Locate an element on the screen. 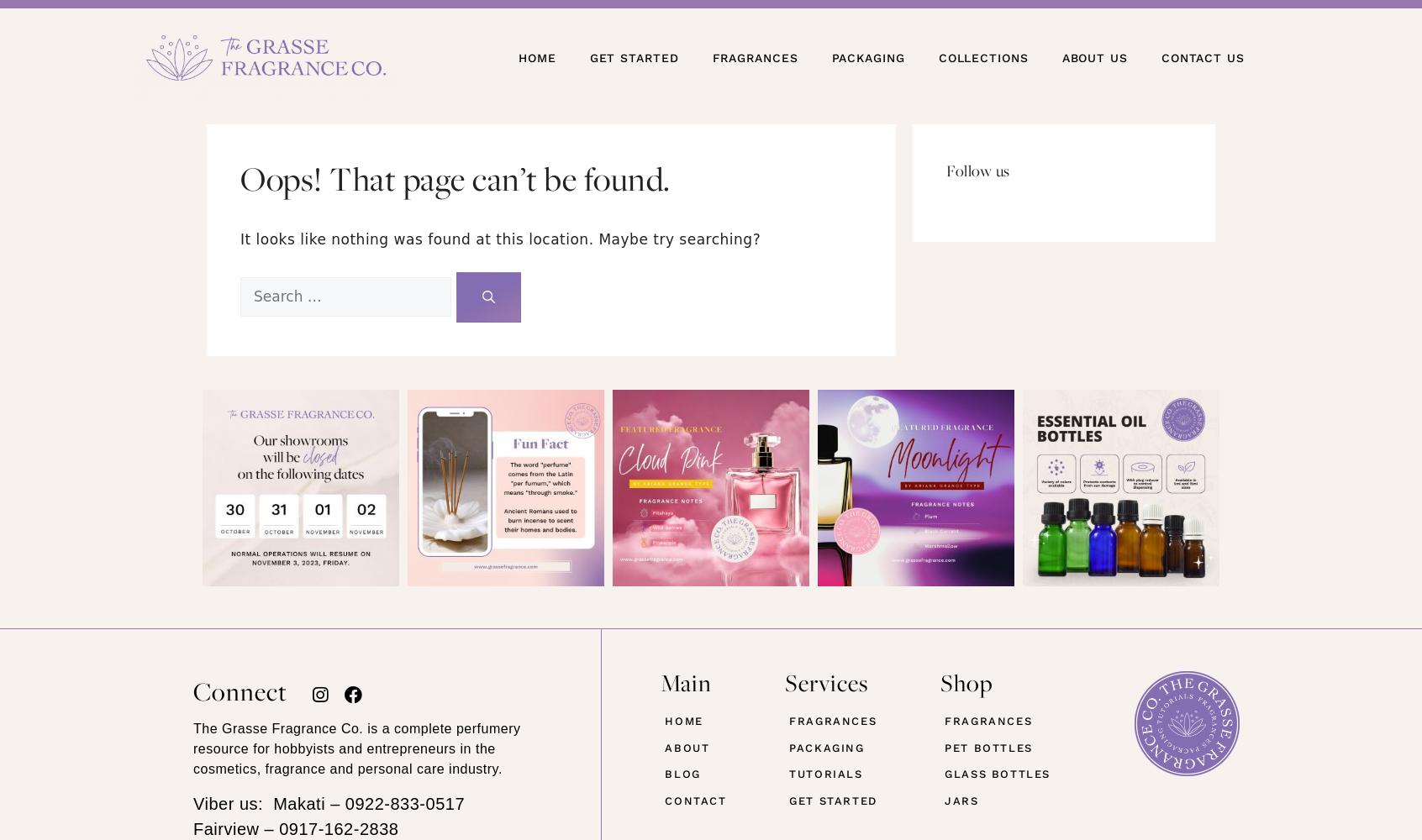 This screenshot has width=1422, height=840. 'Tutorials' is located at coordinates (825, 774).